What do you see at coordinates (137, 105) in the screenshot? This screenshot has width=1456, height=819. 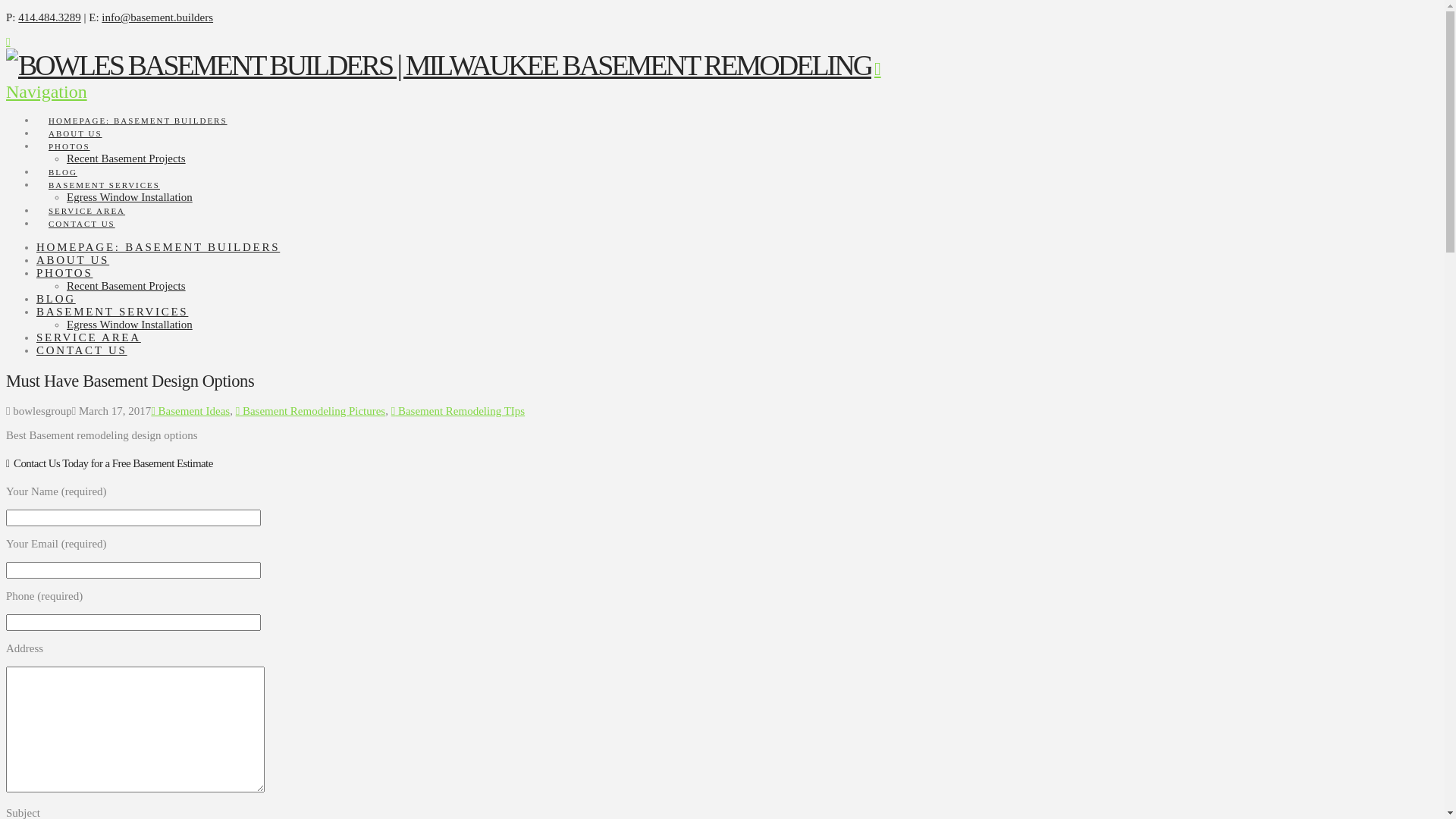 I see `'HOMEPAGE: BASEMENT BUILDERS'` at bounding box center [137, 105].